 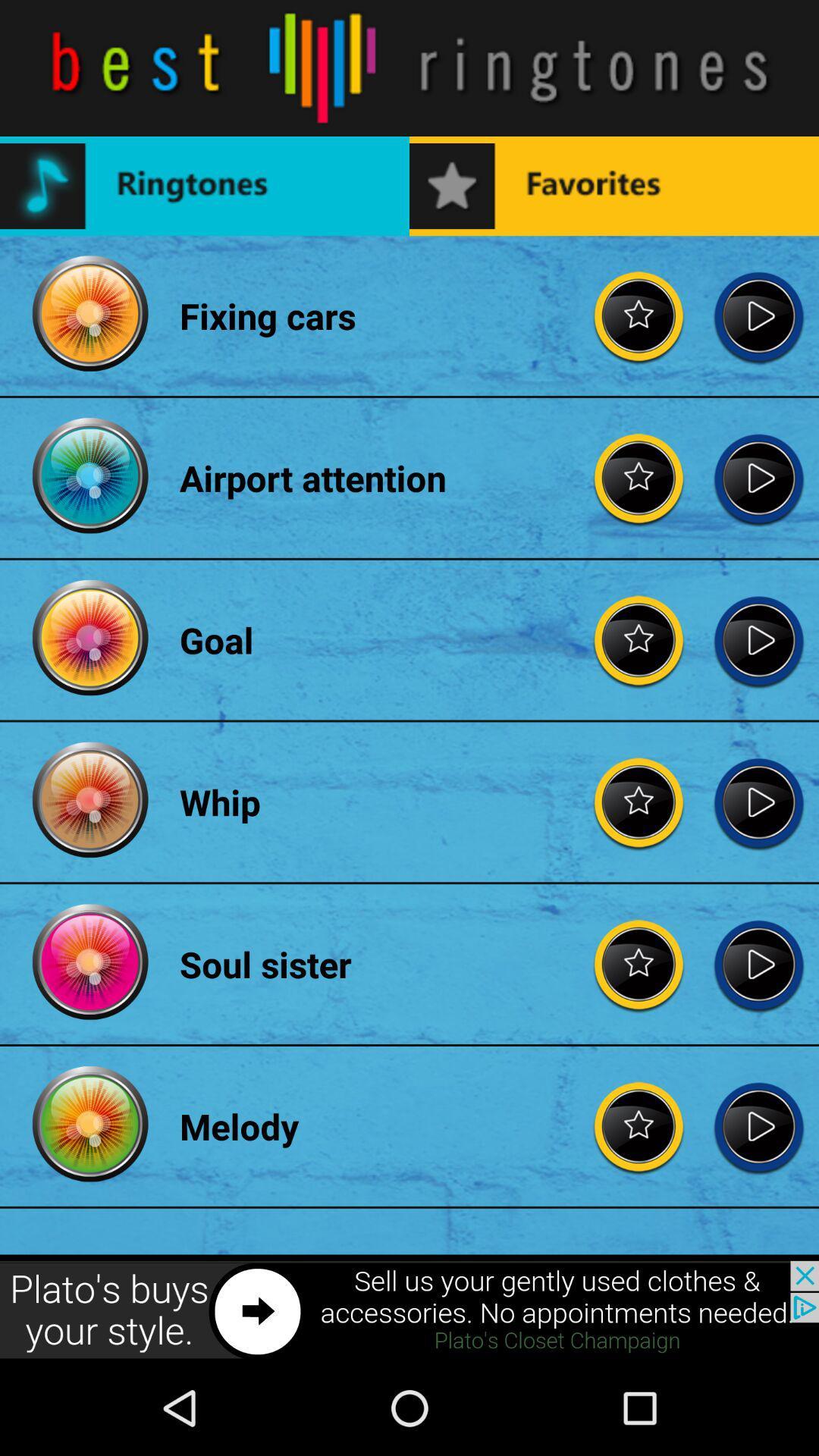 What do you see at coordinates (639, 477) in the screenshot?
I see `ringtone` at bounding box center [639, 477].